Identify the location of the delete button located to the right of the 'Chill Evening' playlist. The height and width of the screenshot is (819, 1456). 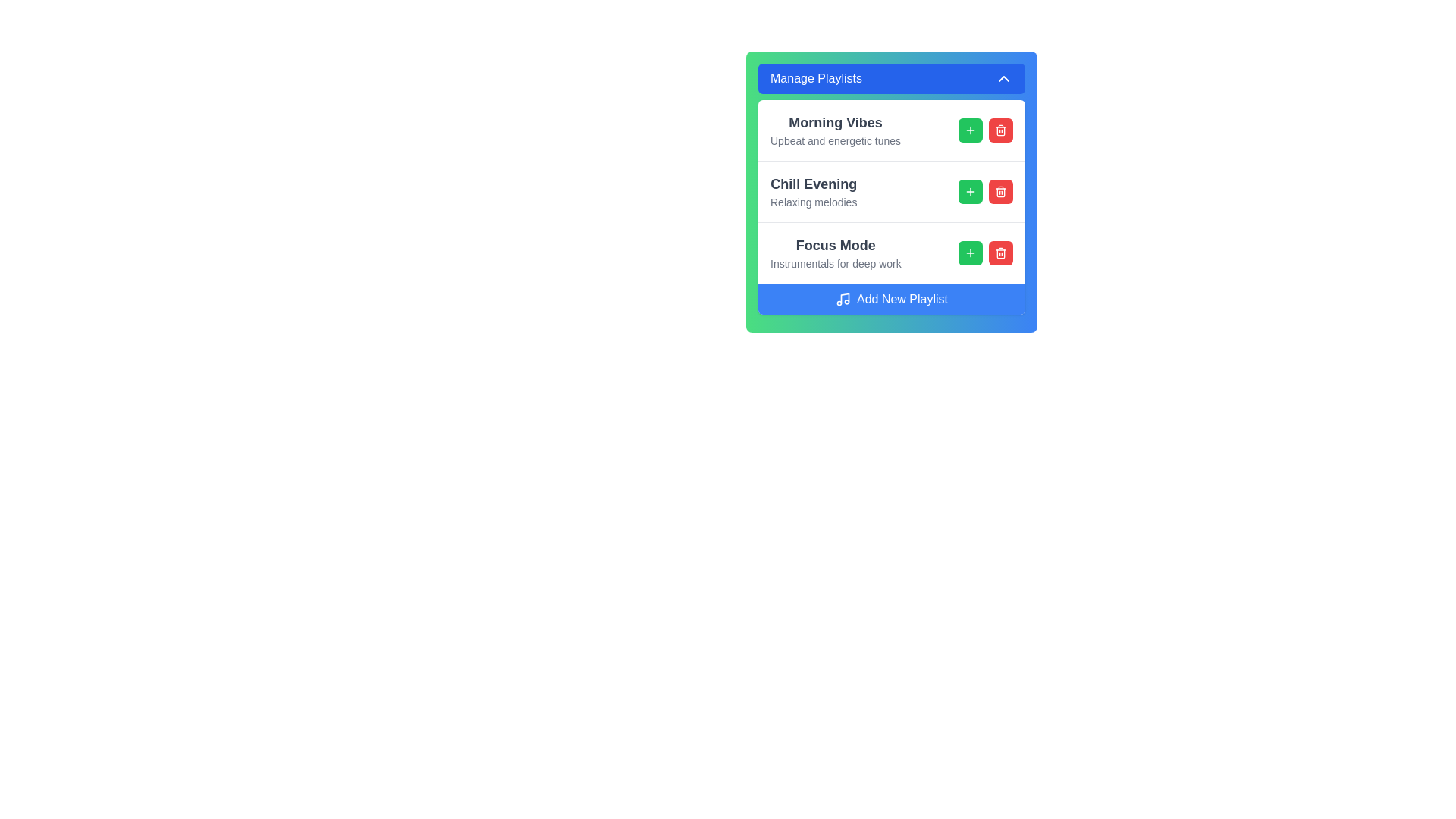
(1001, 191).